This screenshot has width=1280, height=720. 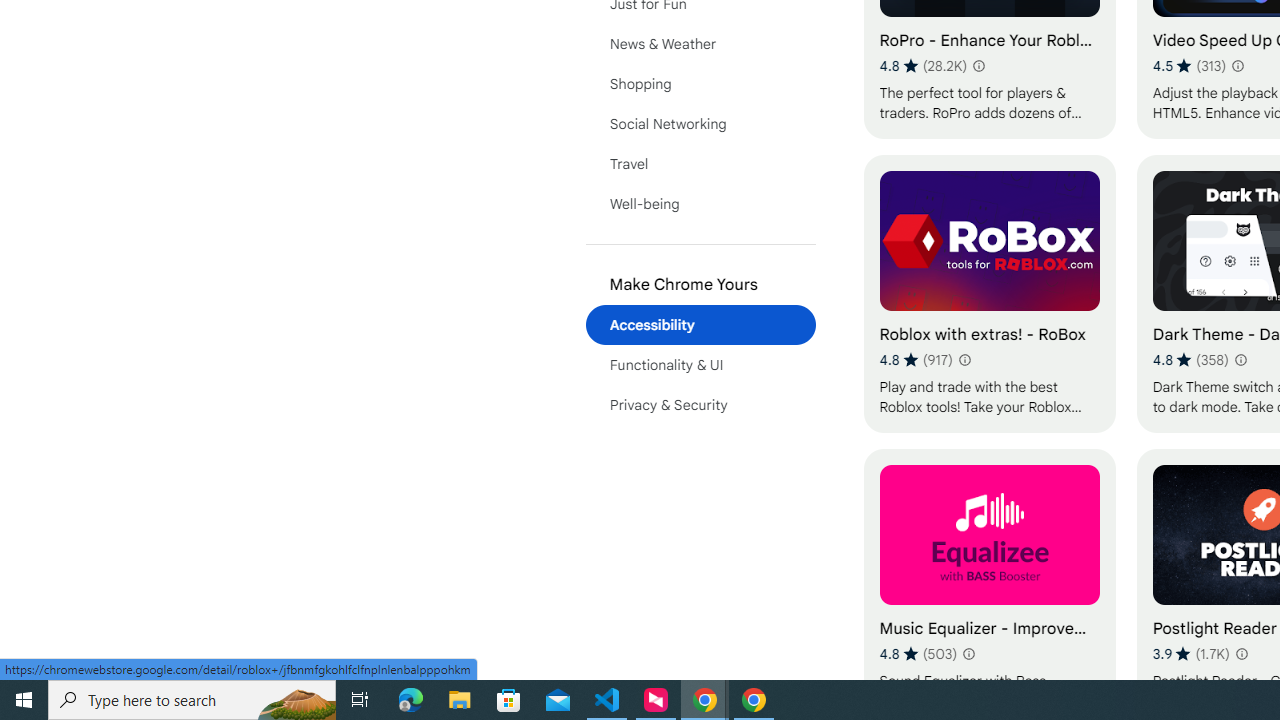 I want to click on 'Roblox with extras! - RoBox', so click(x=989, y=293).